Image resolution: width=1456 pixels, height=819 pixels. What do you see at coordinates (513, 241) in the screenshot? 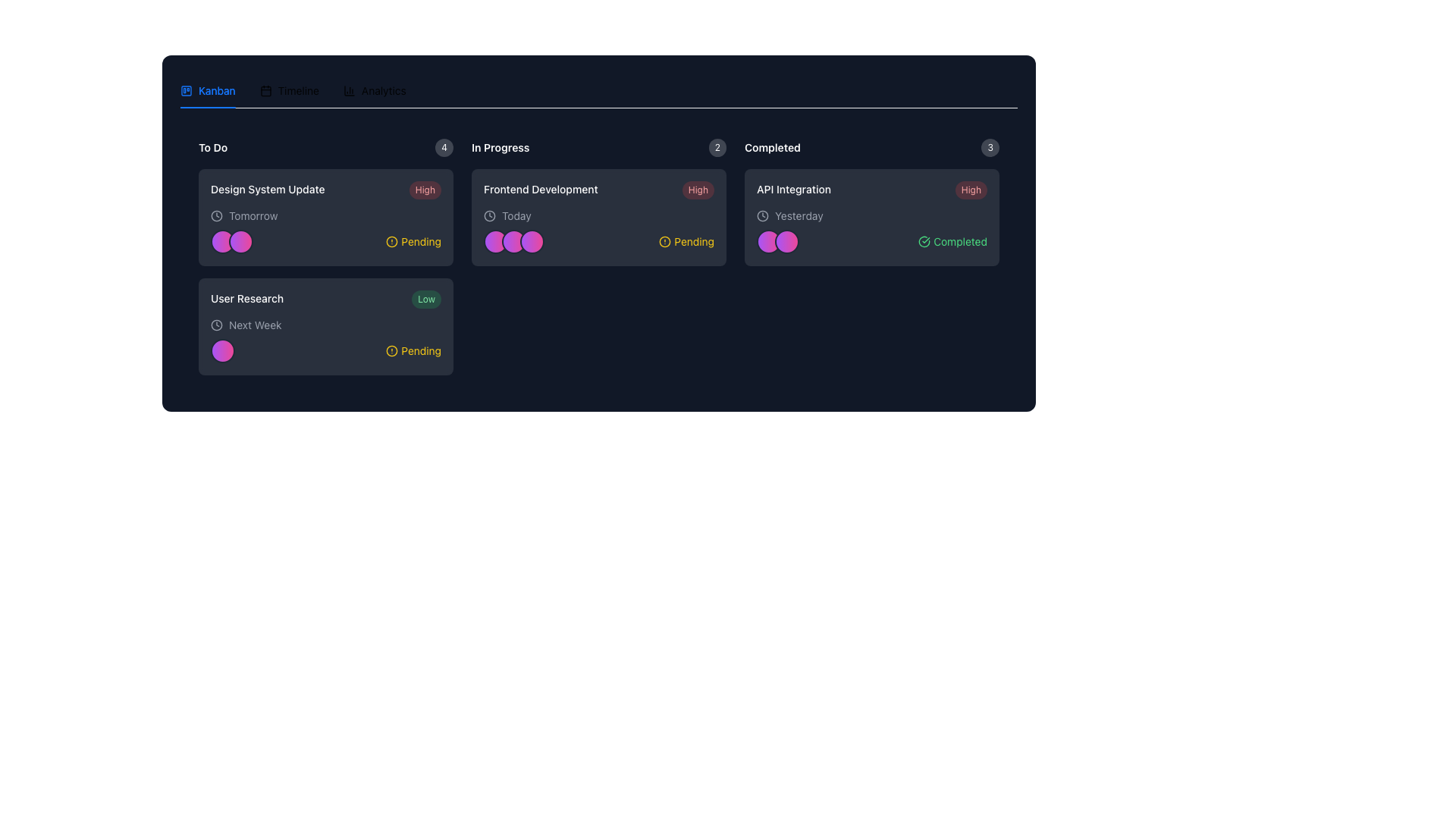
I see `the second circle of the Profile indicator group within the 'Frontend Development' card in the 'In Progress' section` at bounding box center [513, 241].